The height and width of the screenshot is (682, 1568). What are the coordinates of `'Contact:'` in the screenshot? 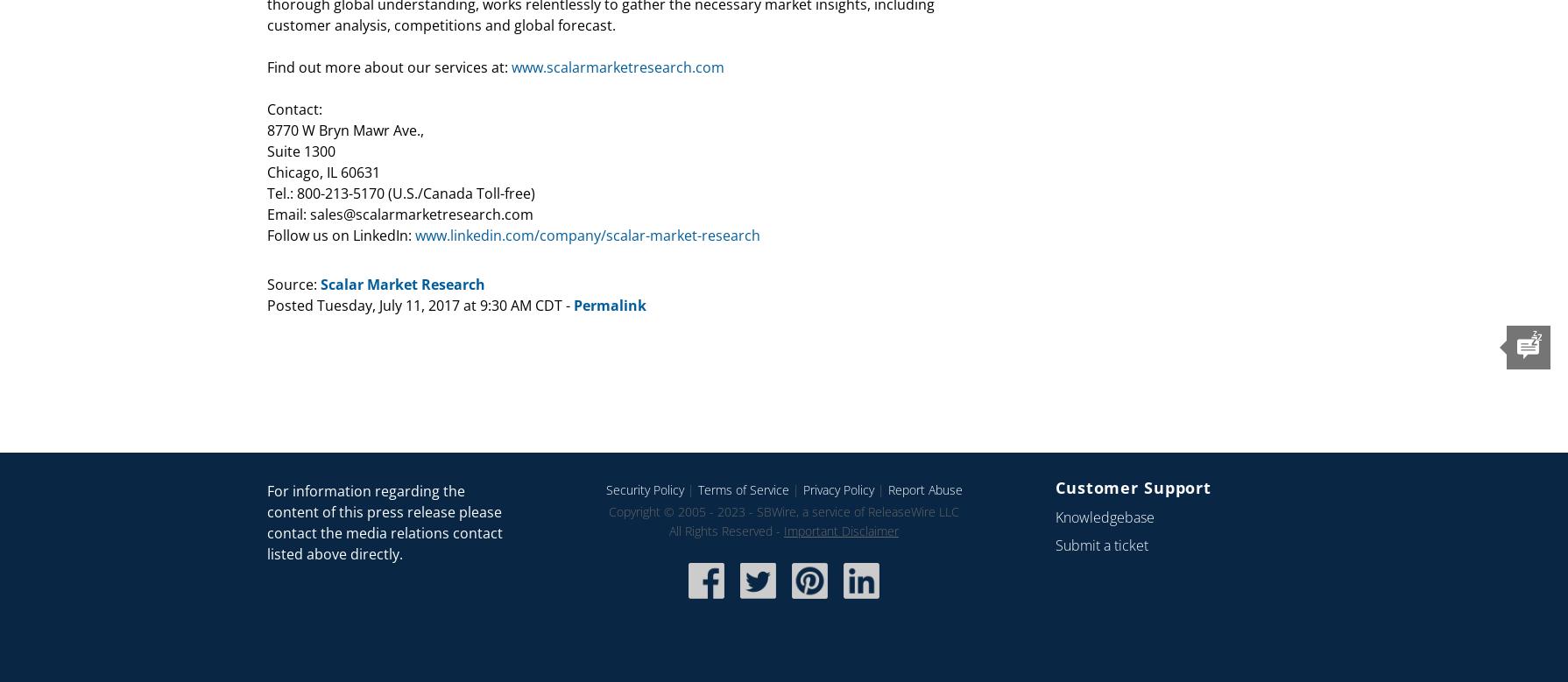 It's located at (267, 109).